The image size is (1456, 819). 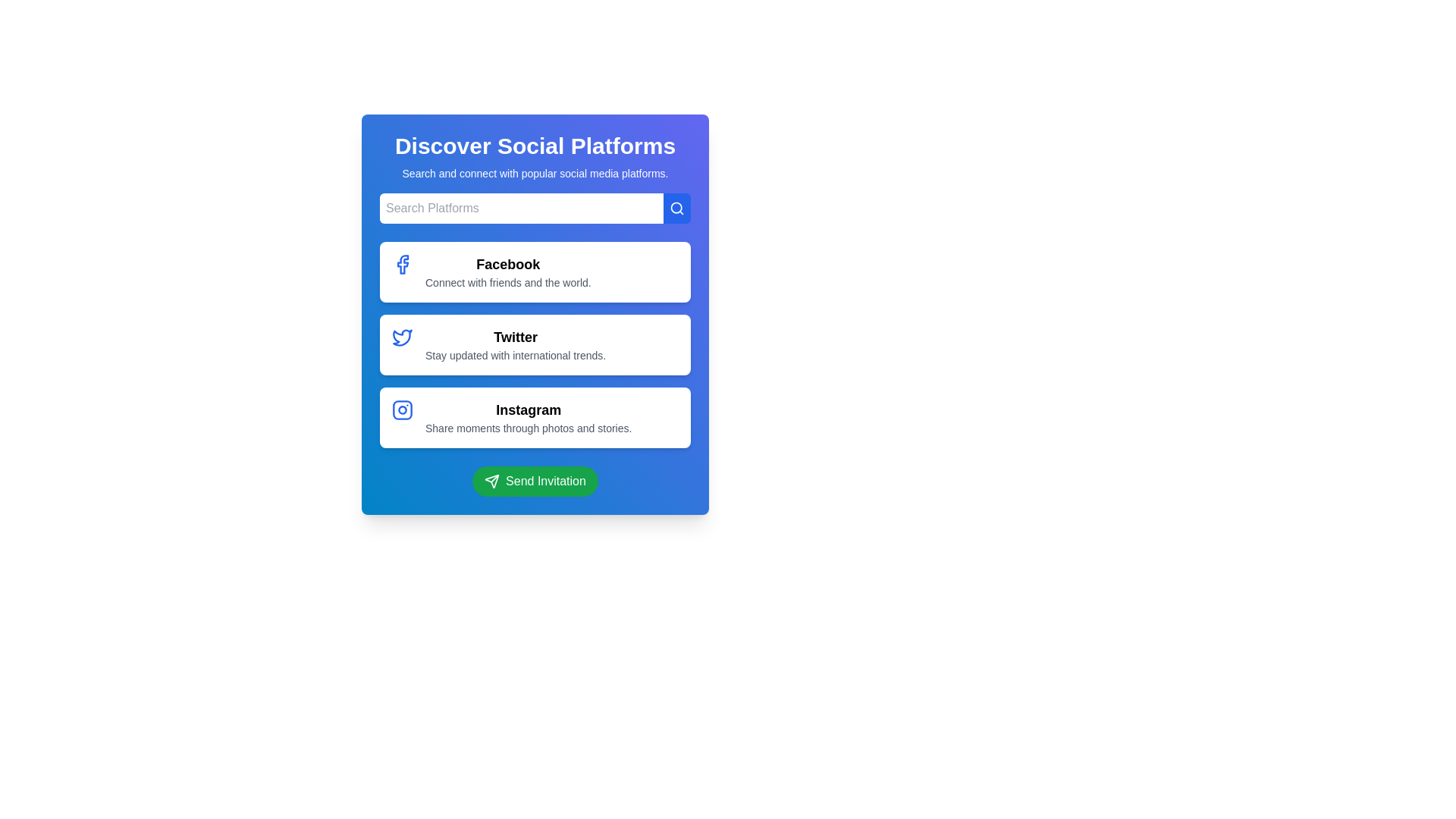 What do you see at coordinates (403, 336) in the screenshot?
I see `the Twitter bird icon located within the second button of the vertical menu, which is adjacent to the 'Twitter' text label` at bounding box center [403, 336].